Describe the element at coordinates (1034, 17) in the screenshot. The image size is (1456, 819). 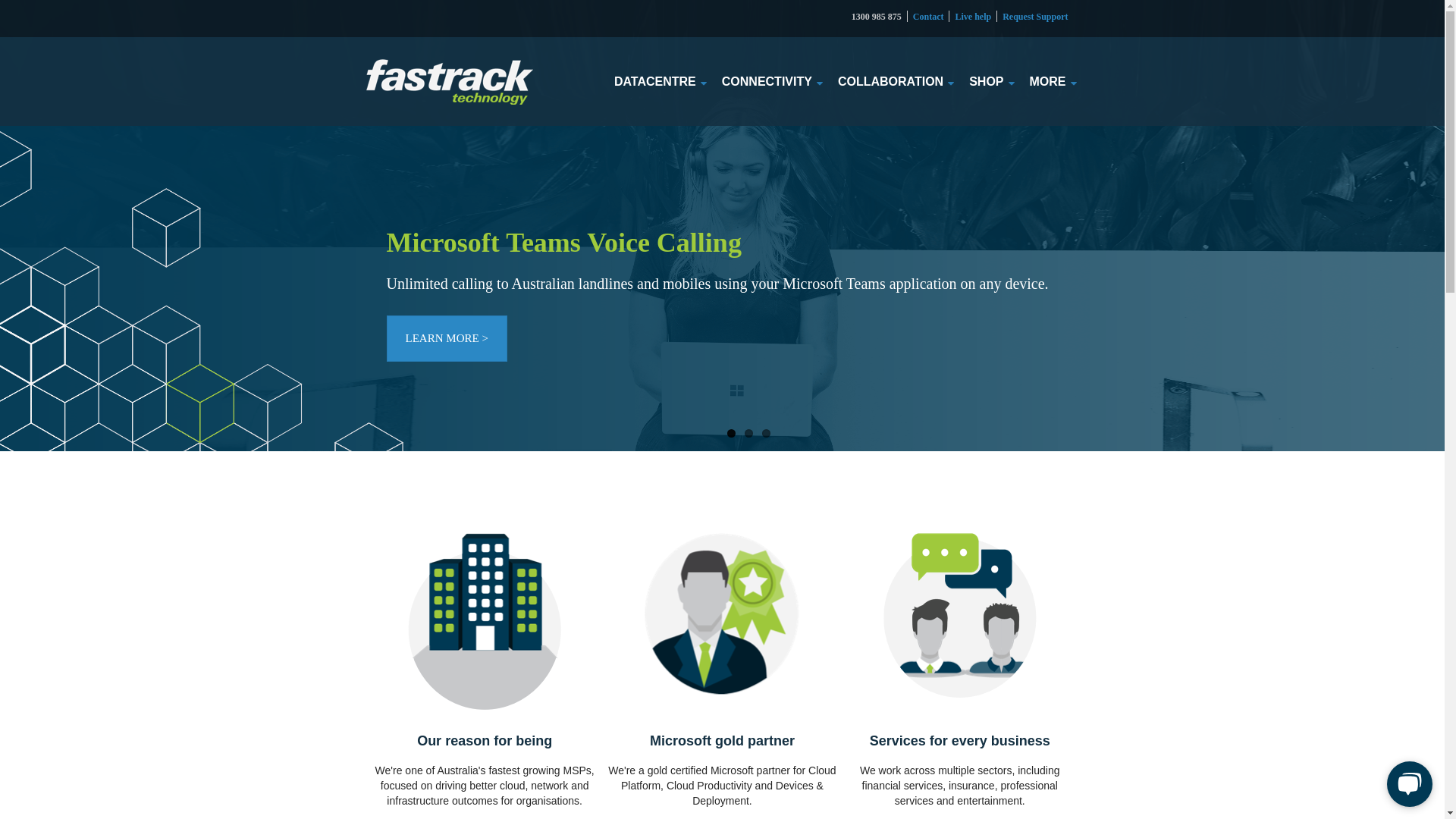
I see `'Request Support'` at that location.